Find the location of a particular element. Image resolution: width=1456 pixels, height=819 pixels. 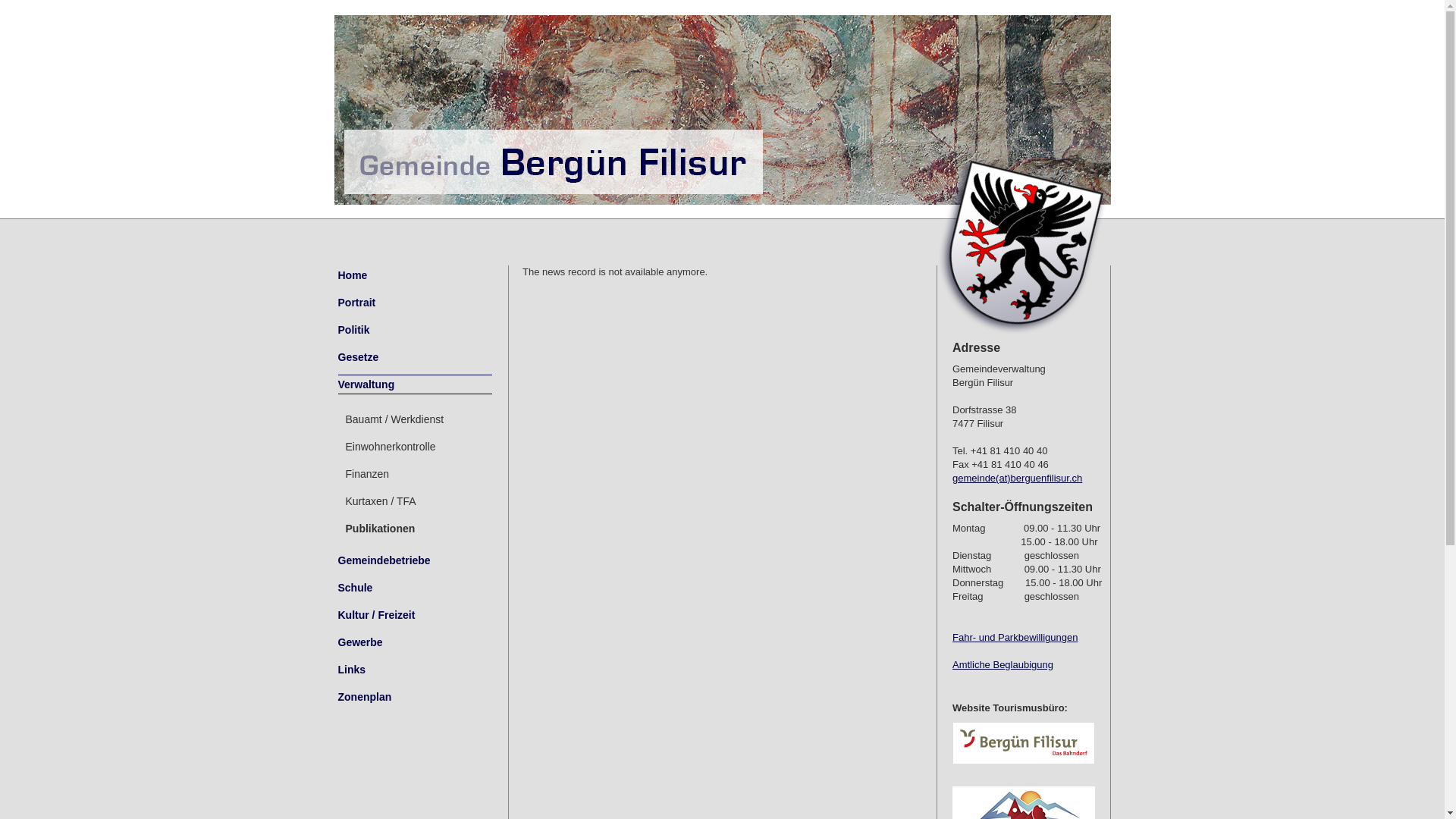

'Home' is located at coordinates (415, 275).